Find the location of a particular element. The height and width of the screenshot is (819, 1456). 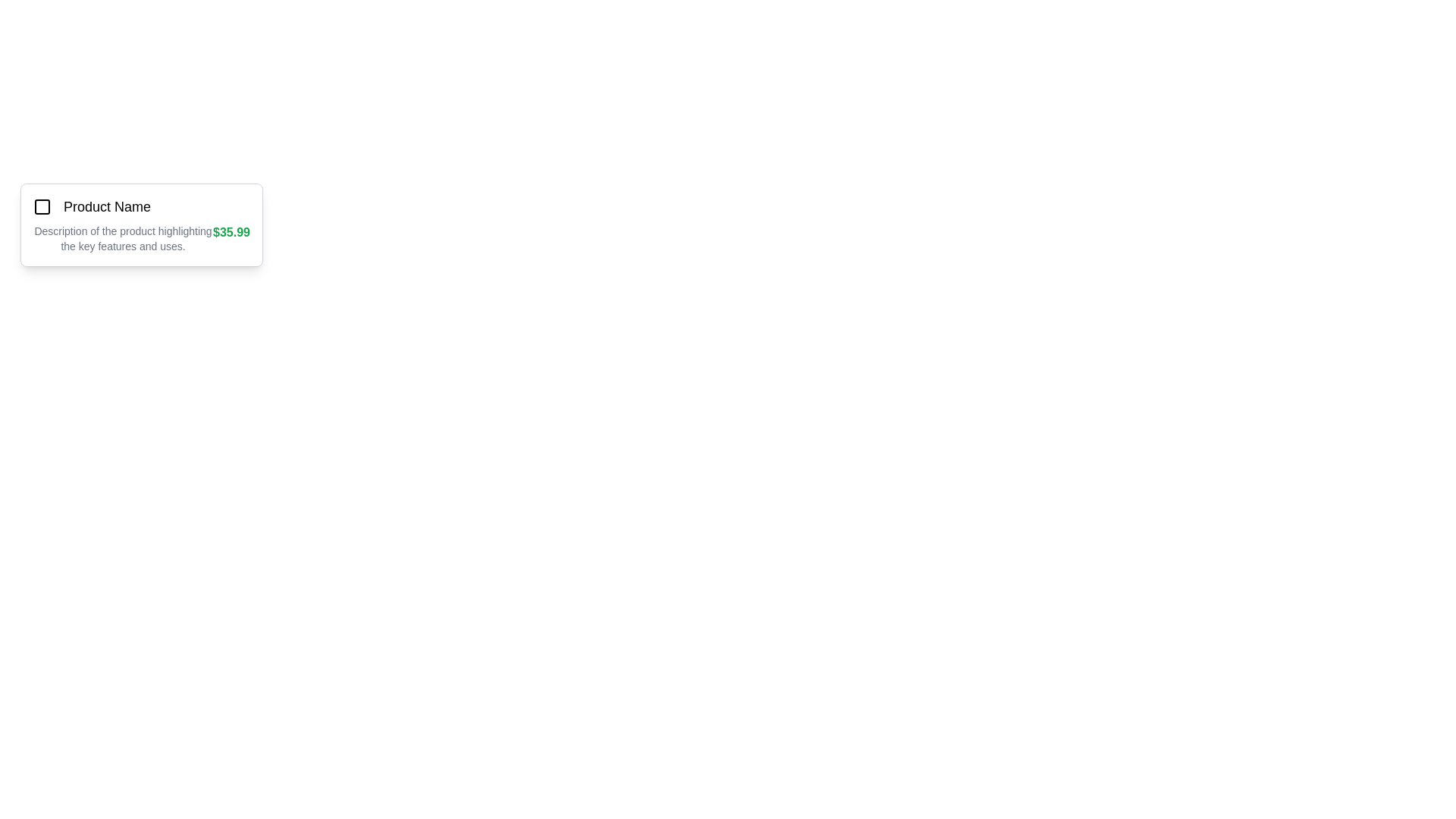

the icon related to 'Product Name', which is positioned on the leftmost side adjacent to the text 'Product Name' is located at coordinates (42, 207).